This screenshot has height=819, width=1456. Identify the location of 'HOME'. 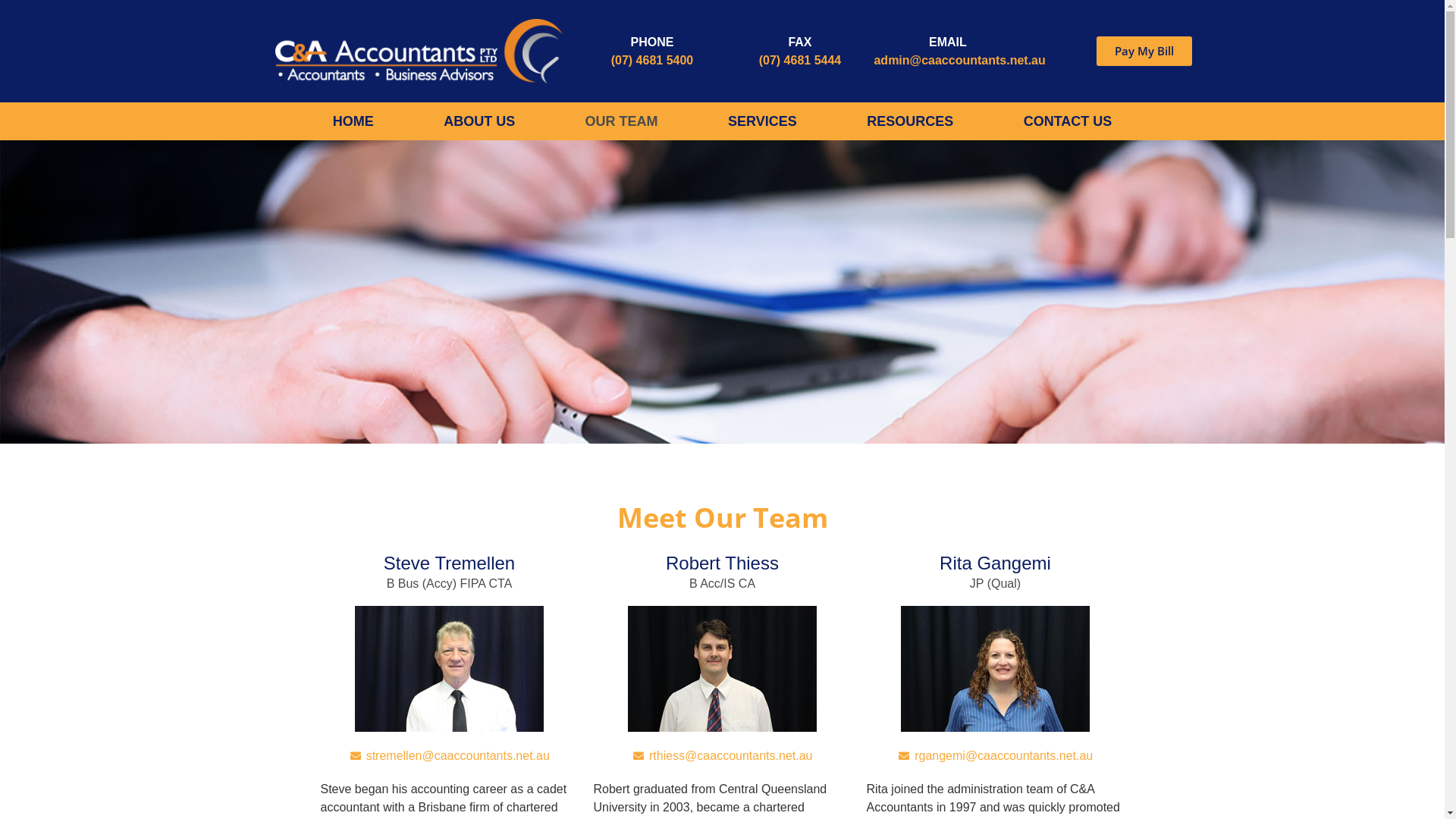
(352, 120).